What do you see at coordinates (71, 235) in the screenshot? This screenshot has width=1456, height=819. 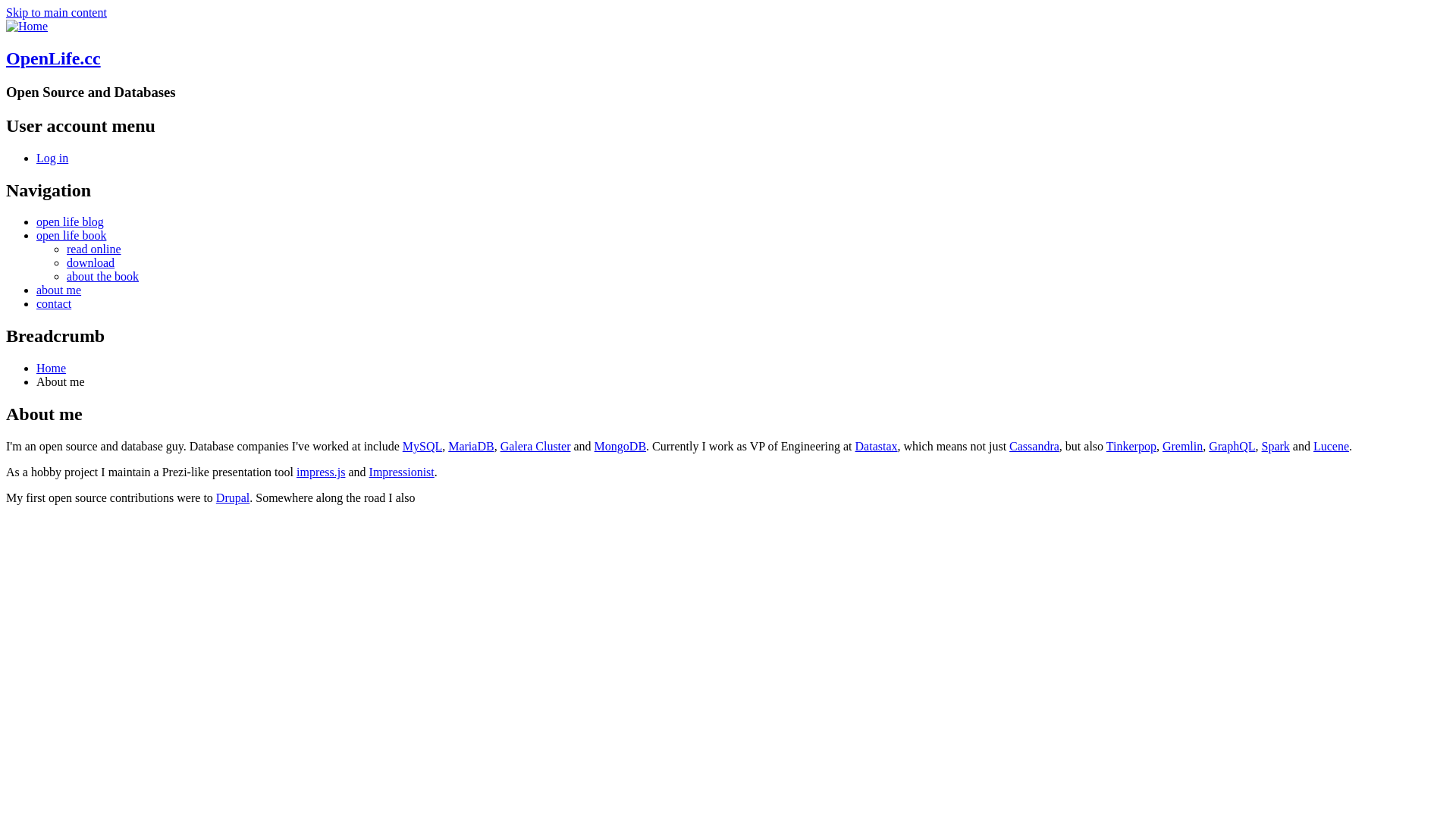 I see `'open life book'` at bounding box center [71, 235].